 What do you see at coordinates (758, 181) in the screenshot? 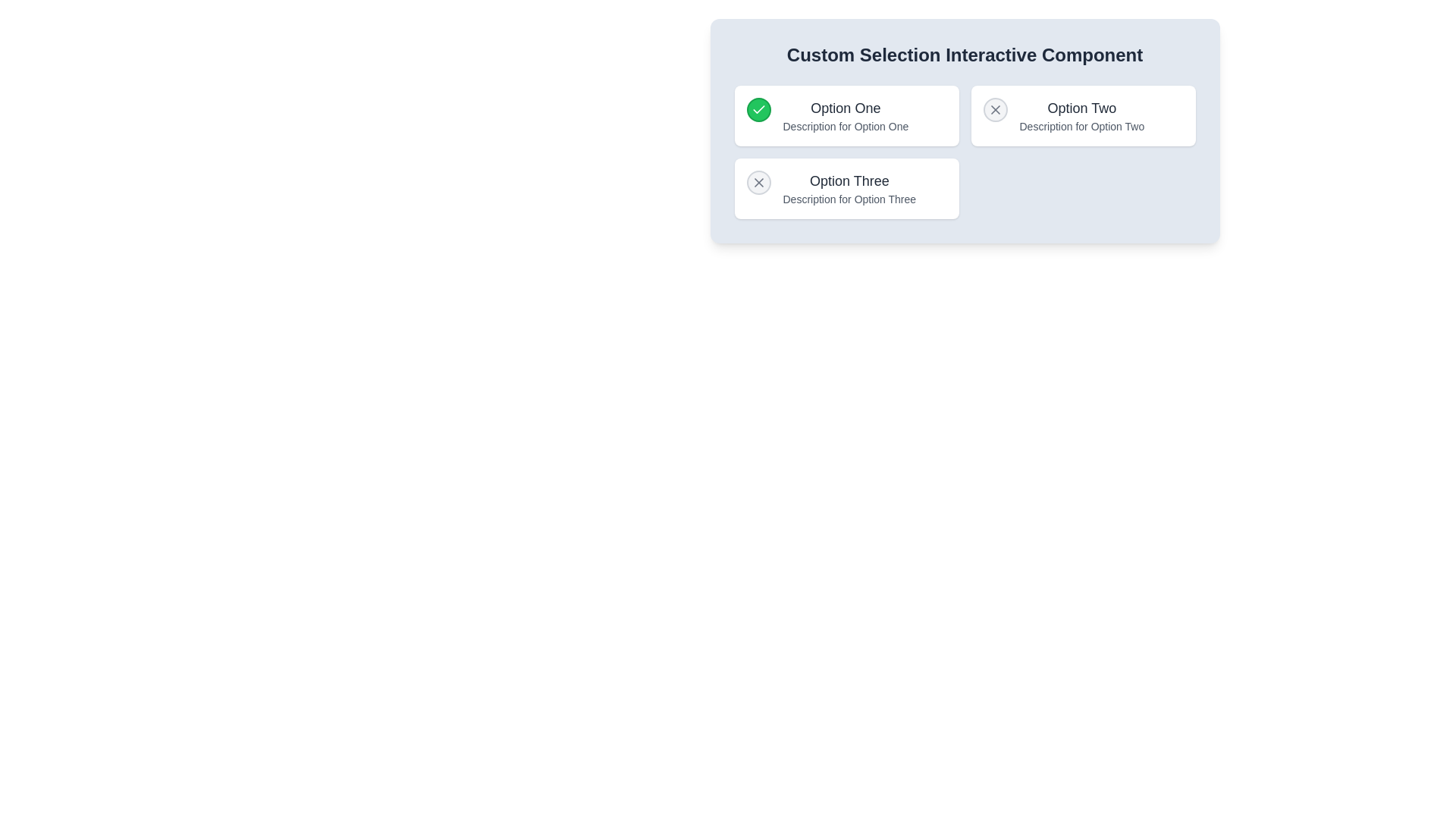
I see `the button with an embedded icon located in the top-left corner of the 'Option Three' box for accessibility interaction` at bounding box center [758, 181].